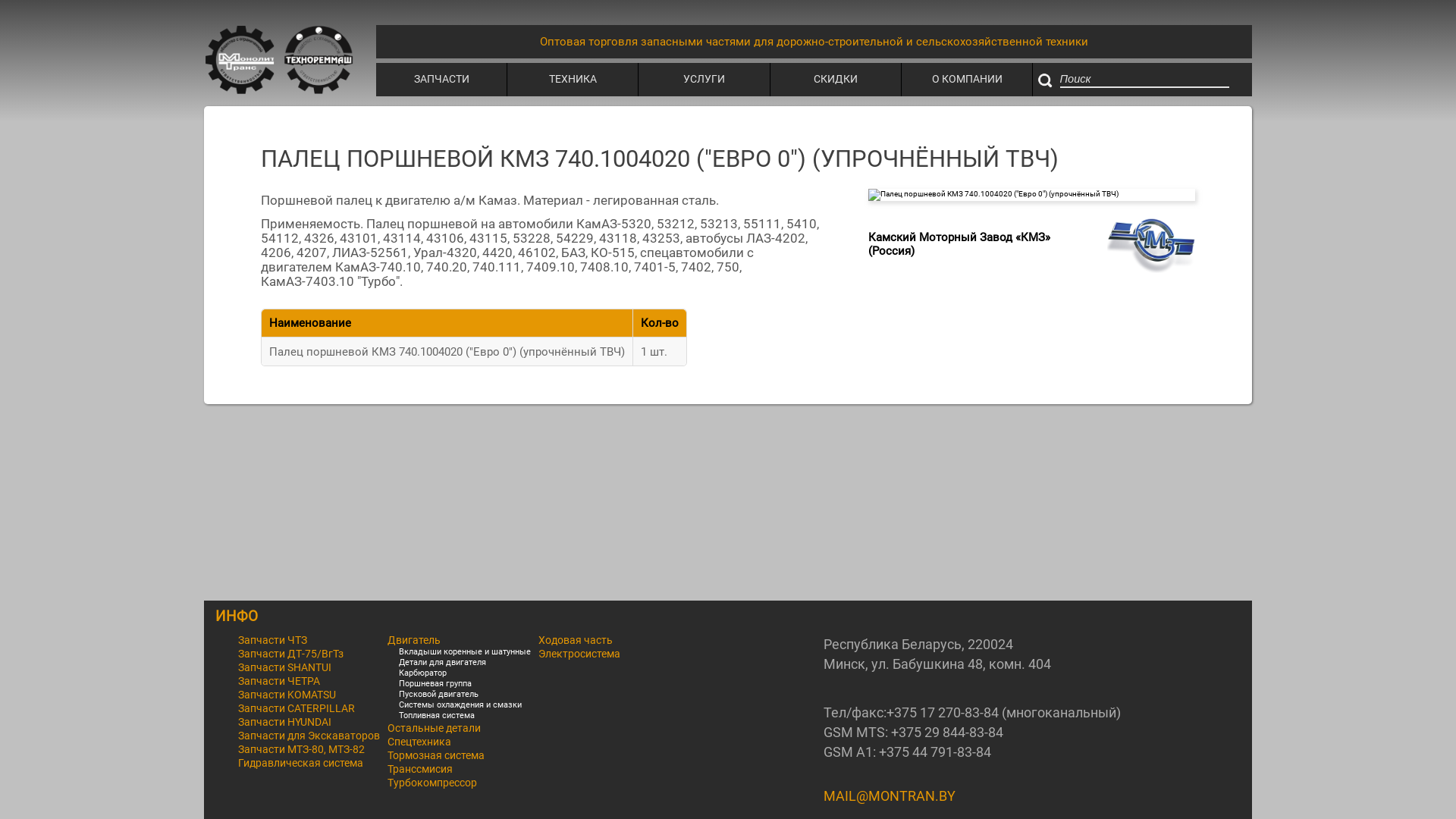 This screenshot has height=819, width=1456. What do you see at coordinates (946, 731) in the screenshot?
I see `'+375 29 844-83-84'` at bounding box center [946, 731].